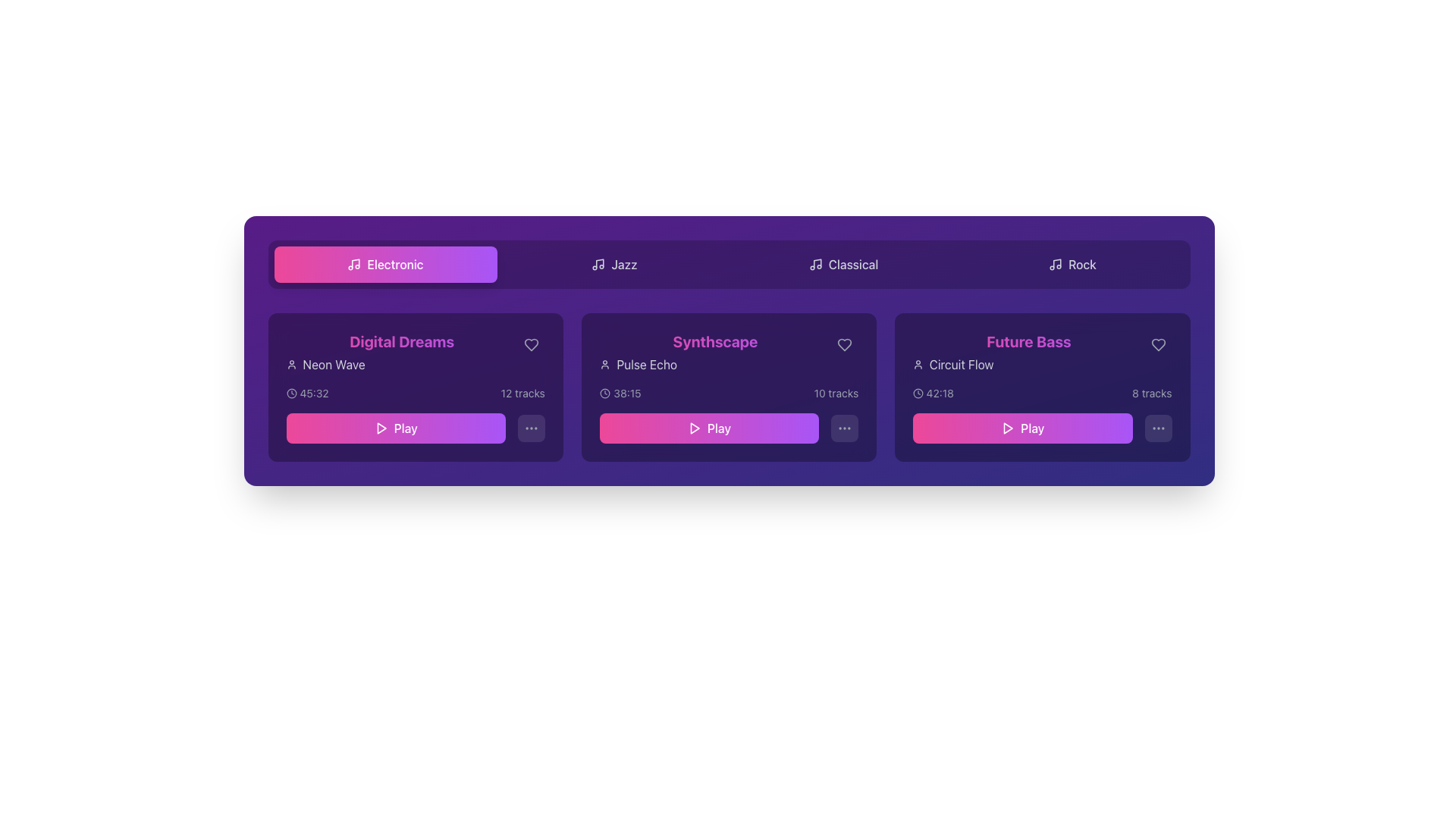 The width and height of the screenshot is (1456, 819). I want to click on the play button located in the lower portion of the 'Synthscape' card, so click(729, 428).